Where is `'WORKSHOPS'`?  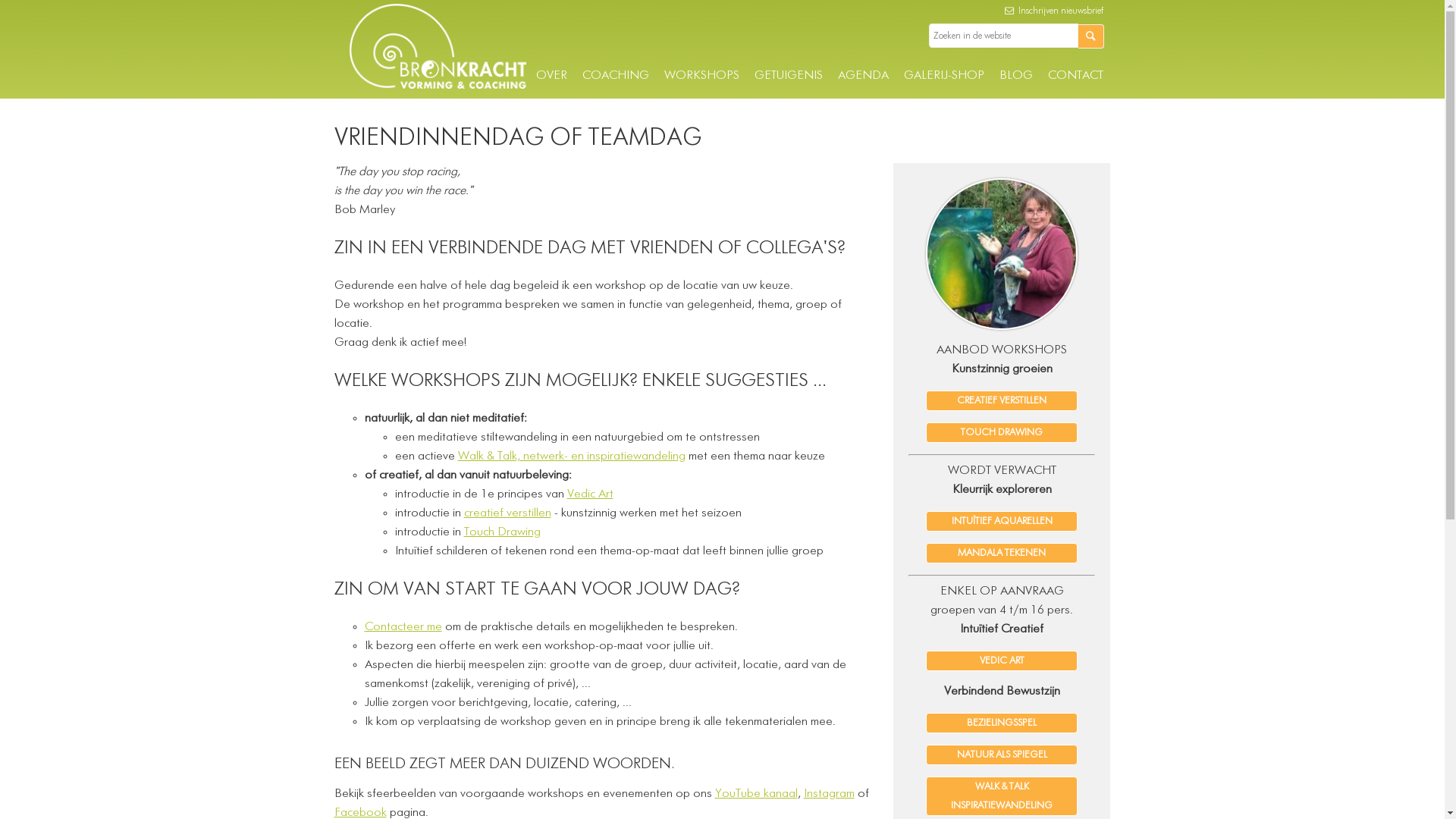
'WORKSHOPS' is located at coordinates (664, 76).